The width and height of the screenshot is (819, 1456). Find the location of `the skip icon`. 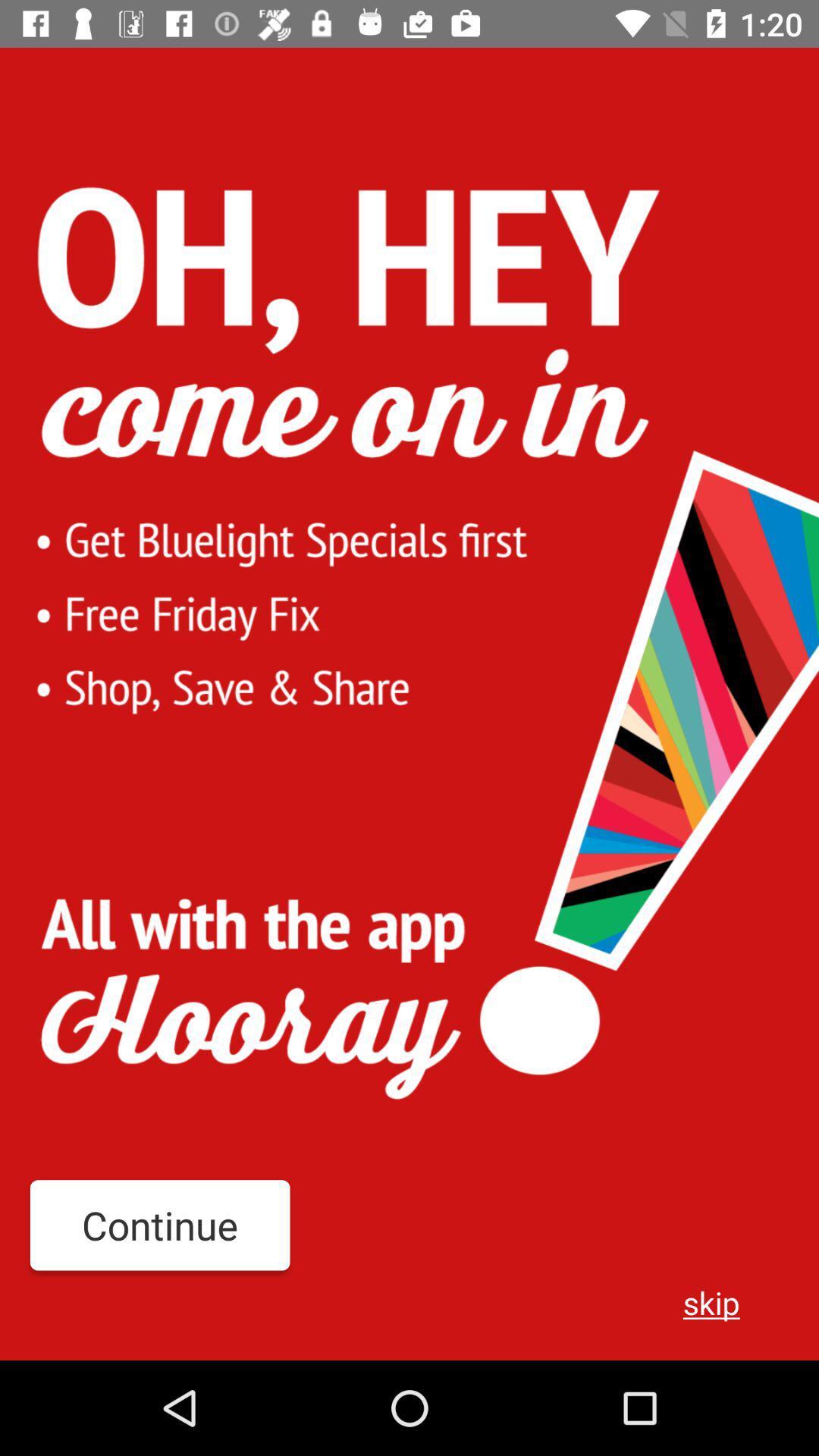

the skip icon is located at coordinates (711, 1301).